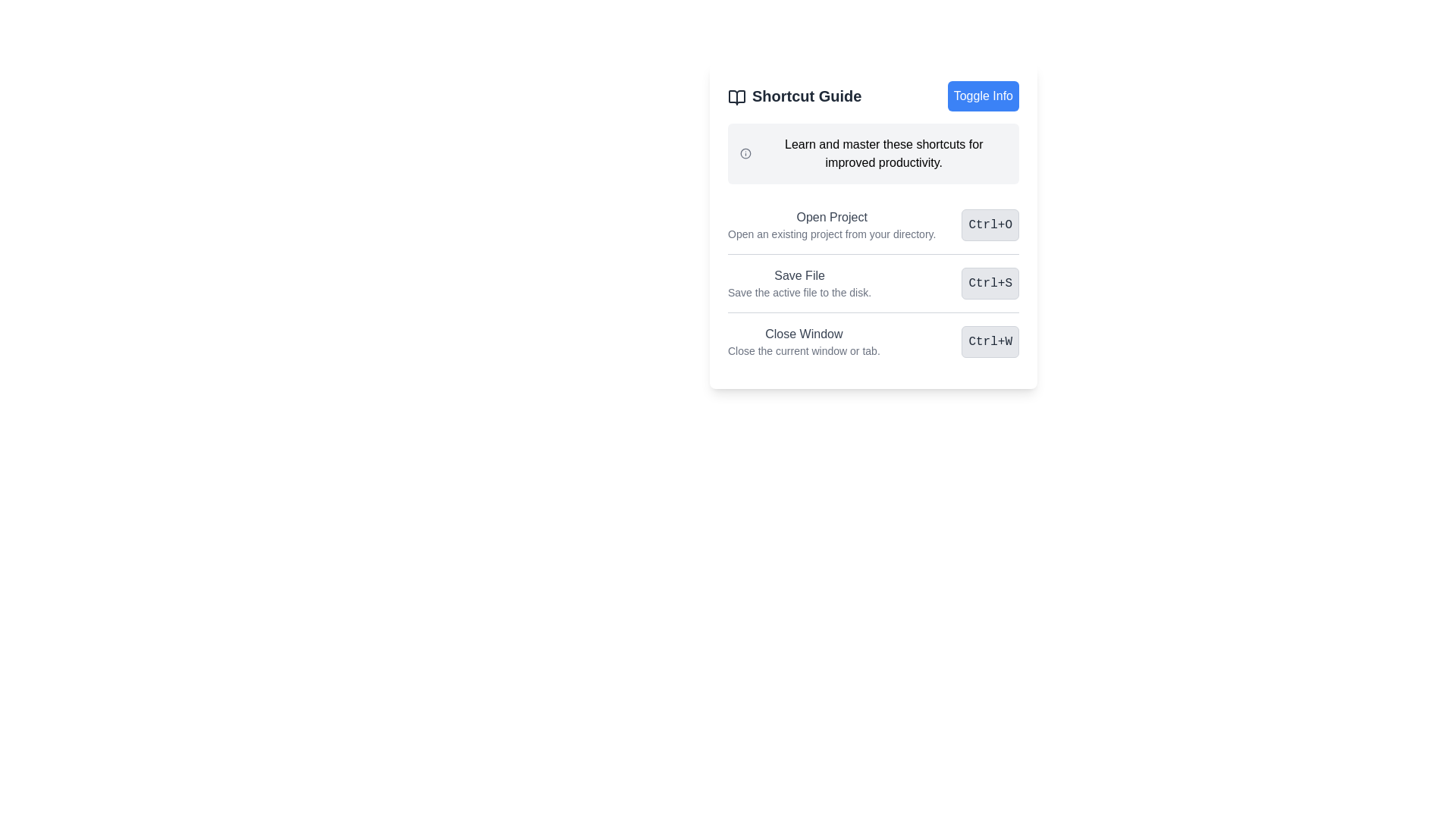 The height and width of the screenshot is (819, 1456). I want to click on the text label titled 'Open Project' which is located in the modal 'Shortcut Guide', so click(831, 225).